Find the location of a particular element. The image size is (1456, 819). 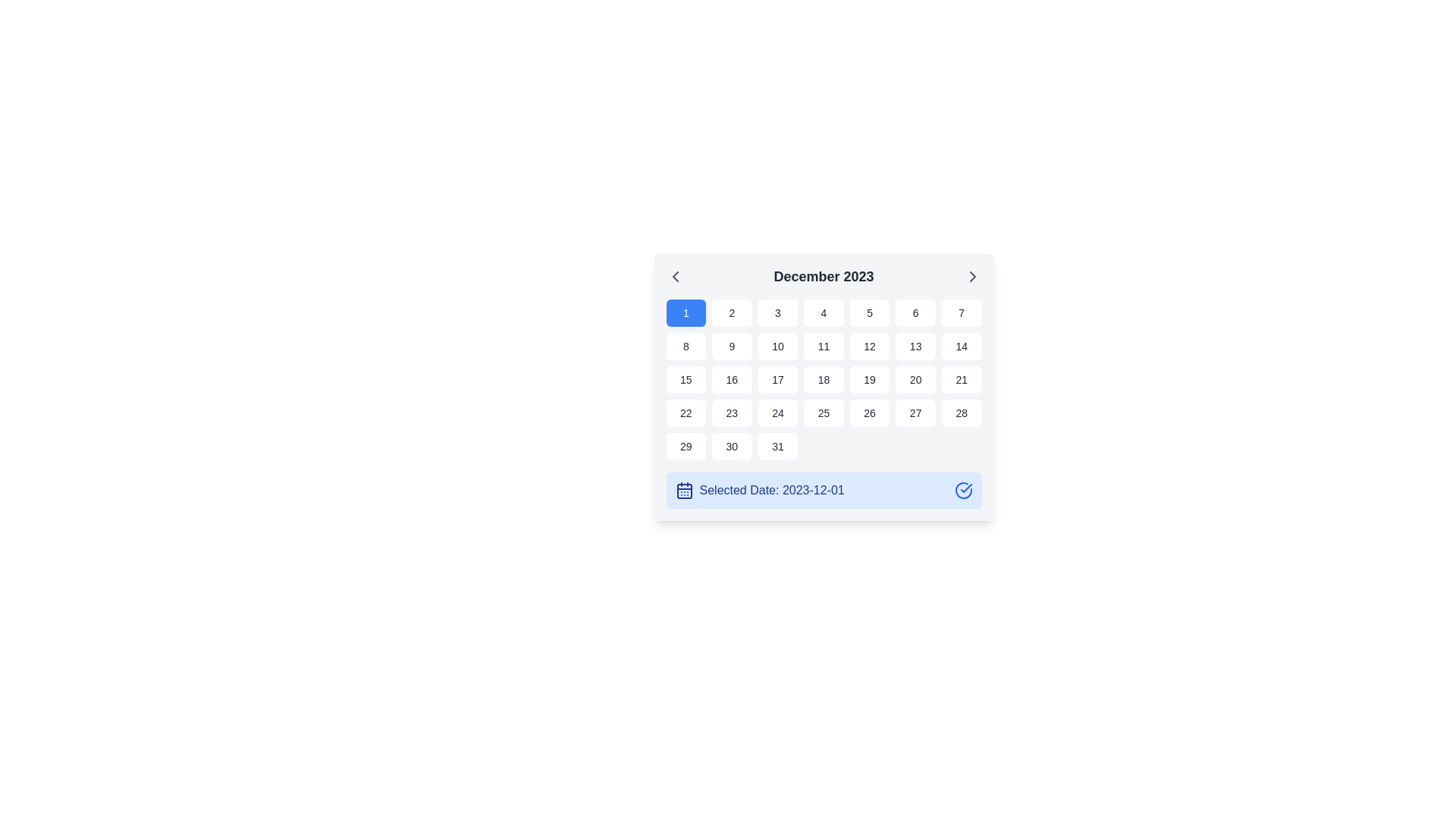

a specific date in the calendar using the Date Picker Component located in the center of the viewable area is located at coordinates (823, 386).